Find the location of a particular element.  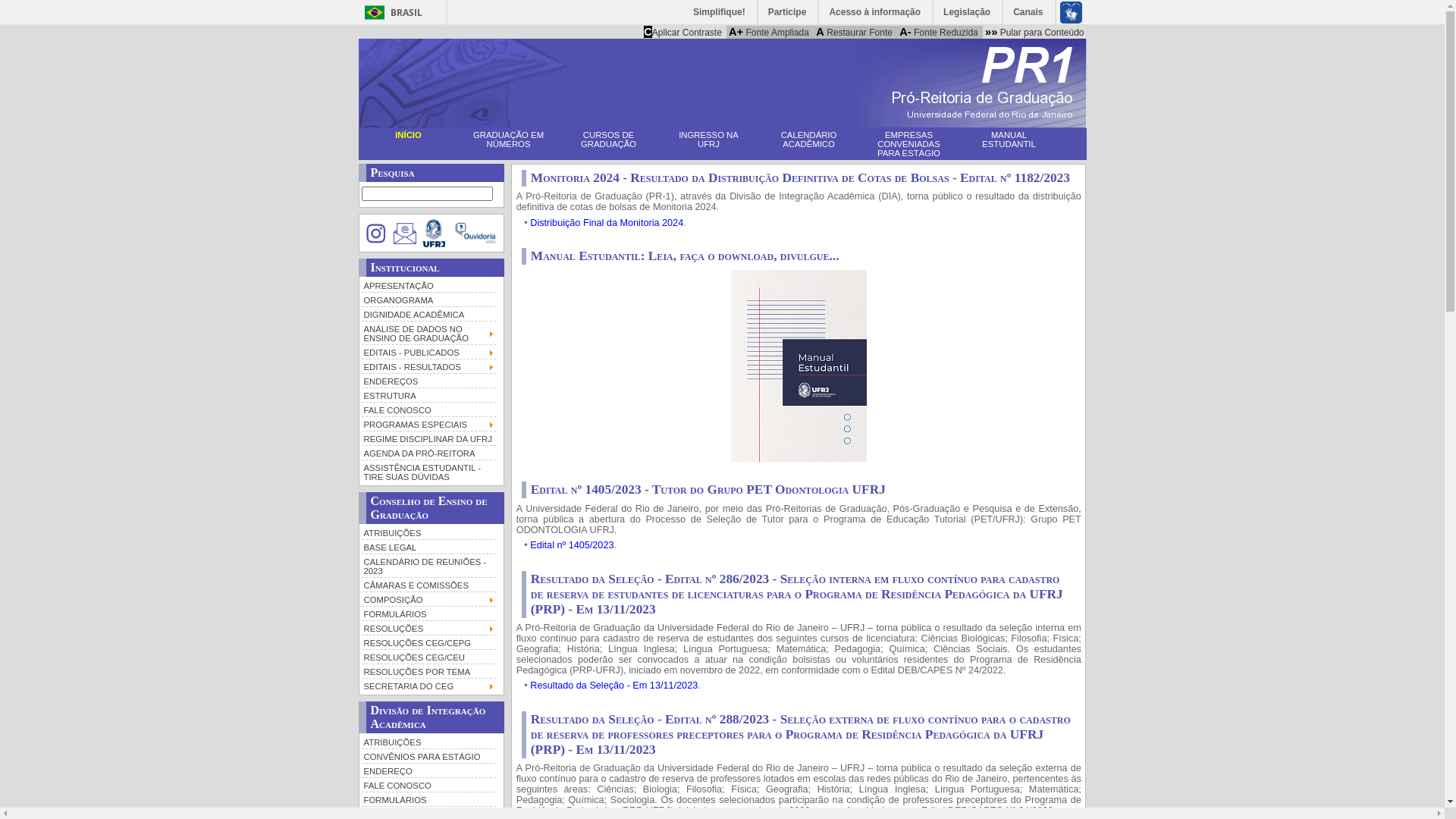

'ORGANOGRAMA' is located at coordinates (359, 299).